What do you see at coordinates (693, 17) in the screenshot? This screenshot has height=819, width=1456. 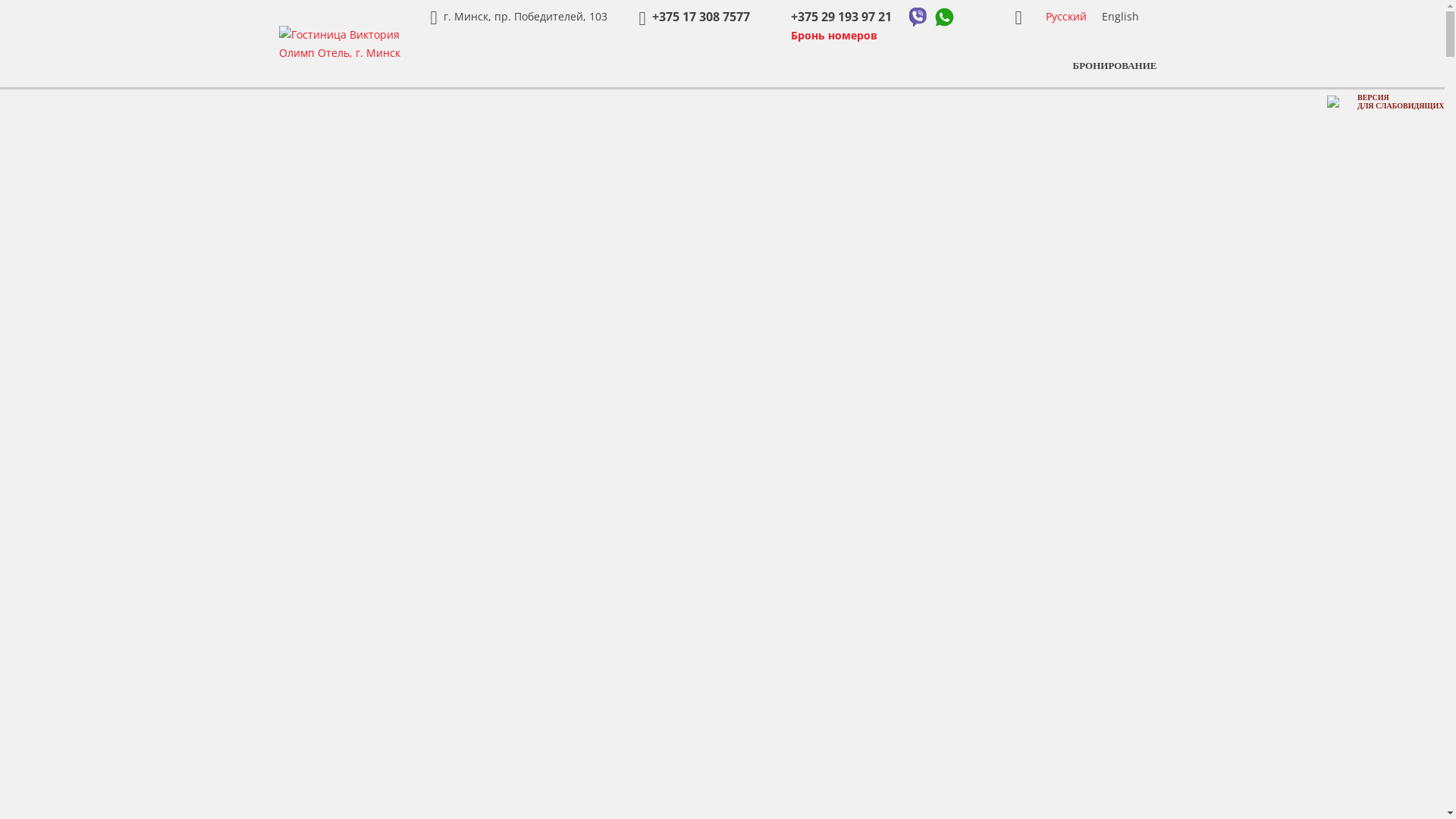 I see `'+375 17 308 7577'` at bounding box center [693, 17].